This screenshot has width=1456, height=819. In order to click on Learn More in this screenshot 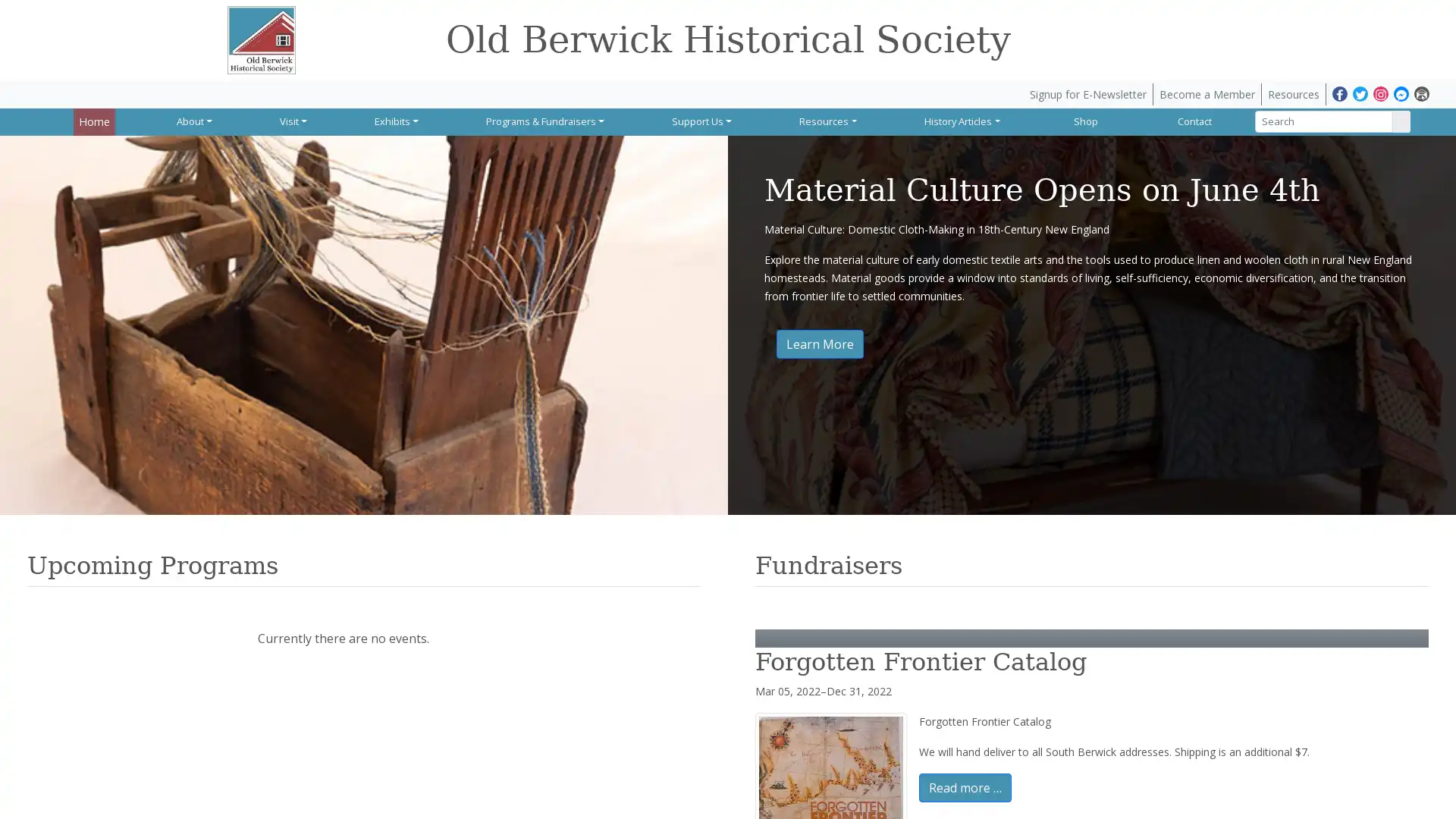, I will do `click(819, 343)`.